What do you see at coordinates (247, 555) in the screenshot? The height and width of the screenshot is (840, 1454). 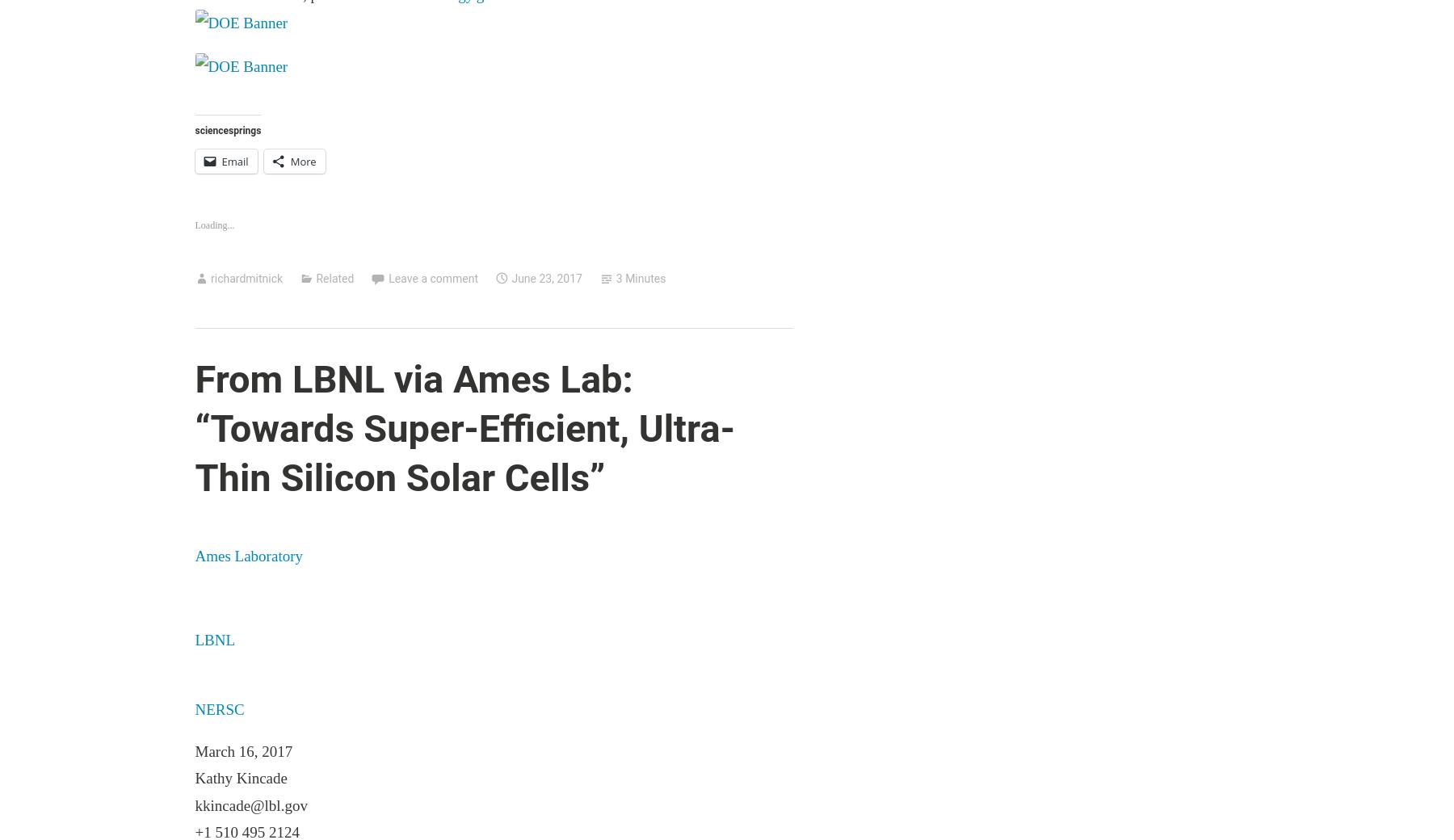 I see `'Ames Laboratory'` at bounding box center [247, 555].